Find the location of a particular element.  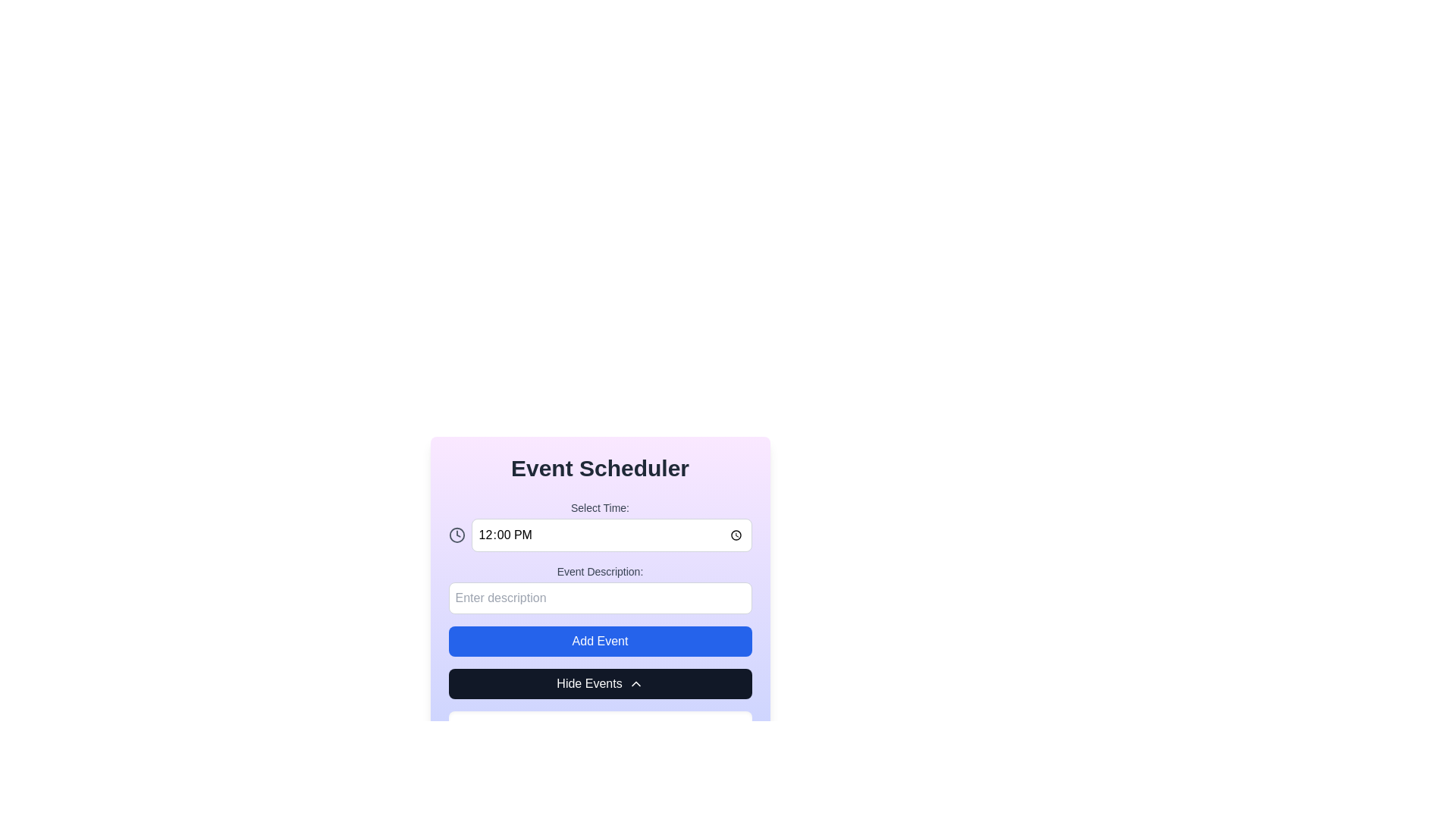

the circular graphic element representing the clock face within the Event Scheduler interface, located to the right of the 'Select Time:' input field is located at coordinates (456, 534).